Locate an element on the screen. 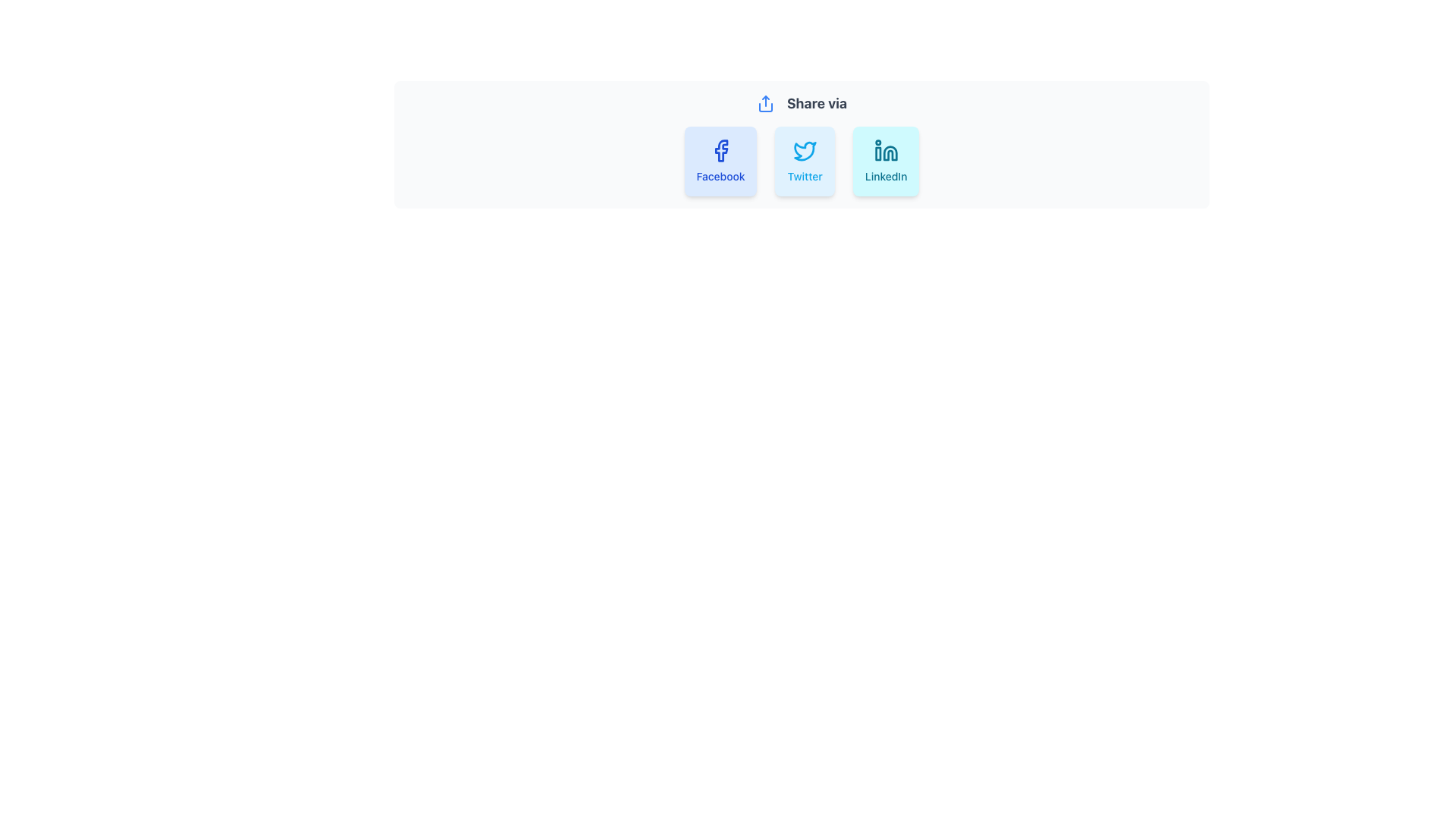 This screenshot has height=819, width=1456. the text label displaying 'LinkedIn' in cyan color, located beneath the LinkedIn icon in the social sharing options is located at coordinates (886, 175).